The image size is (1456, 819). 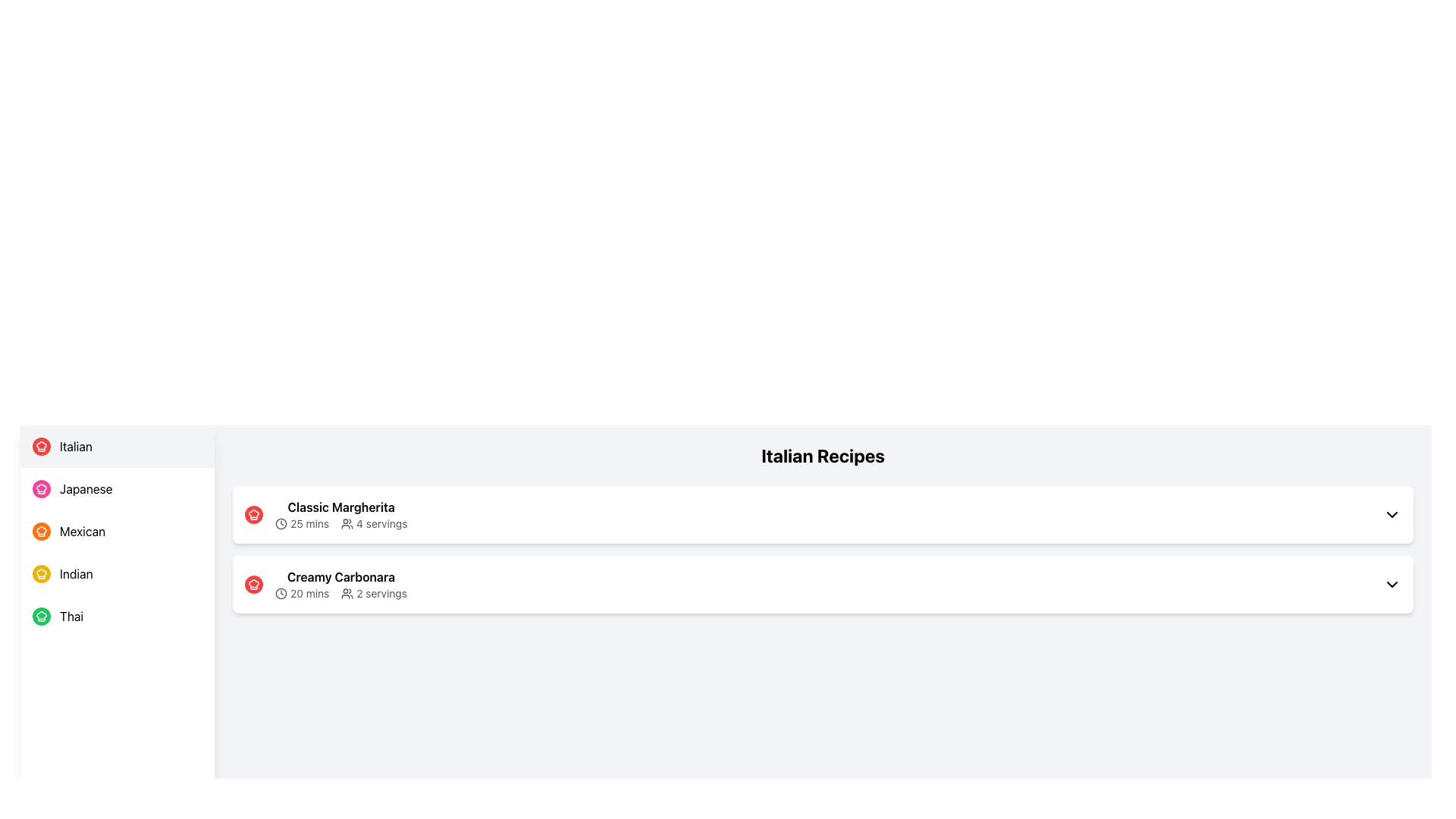 I want to click on the chef's hat icon with a pink background located at the top of the menu list in the left sidebar, associated with the 'Italian' text label, so click(x=41, y=488).